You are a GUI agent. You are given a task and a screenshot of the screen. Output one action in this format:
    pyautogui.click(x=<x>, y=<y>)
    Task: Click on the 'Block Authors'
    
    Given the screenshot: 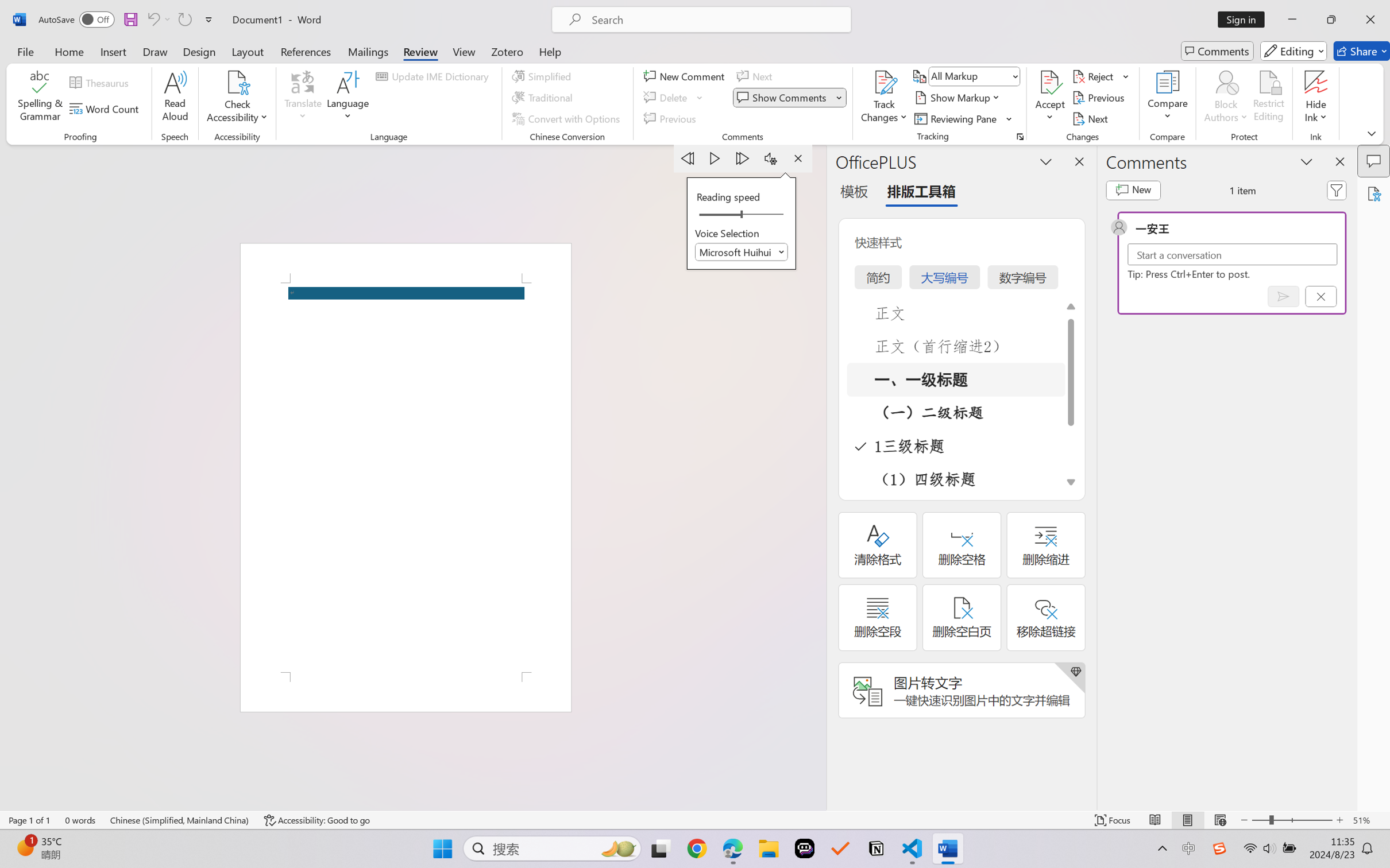 What is the action you would take?
    pyautogui.click(x=1225, y=98)
    